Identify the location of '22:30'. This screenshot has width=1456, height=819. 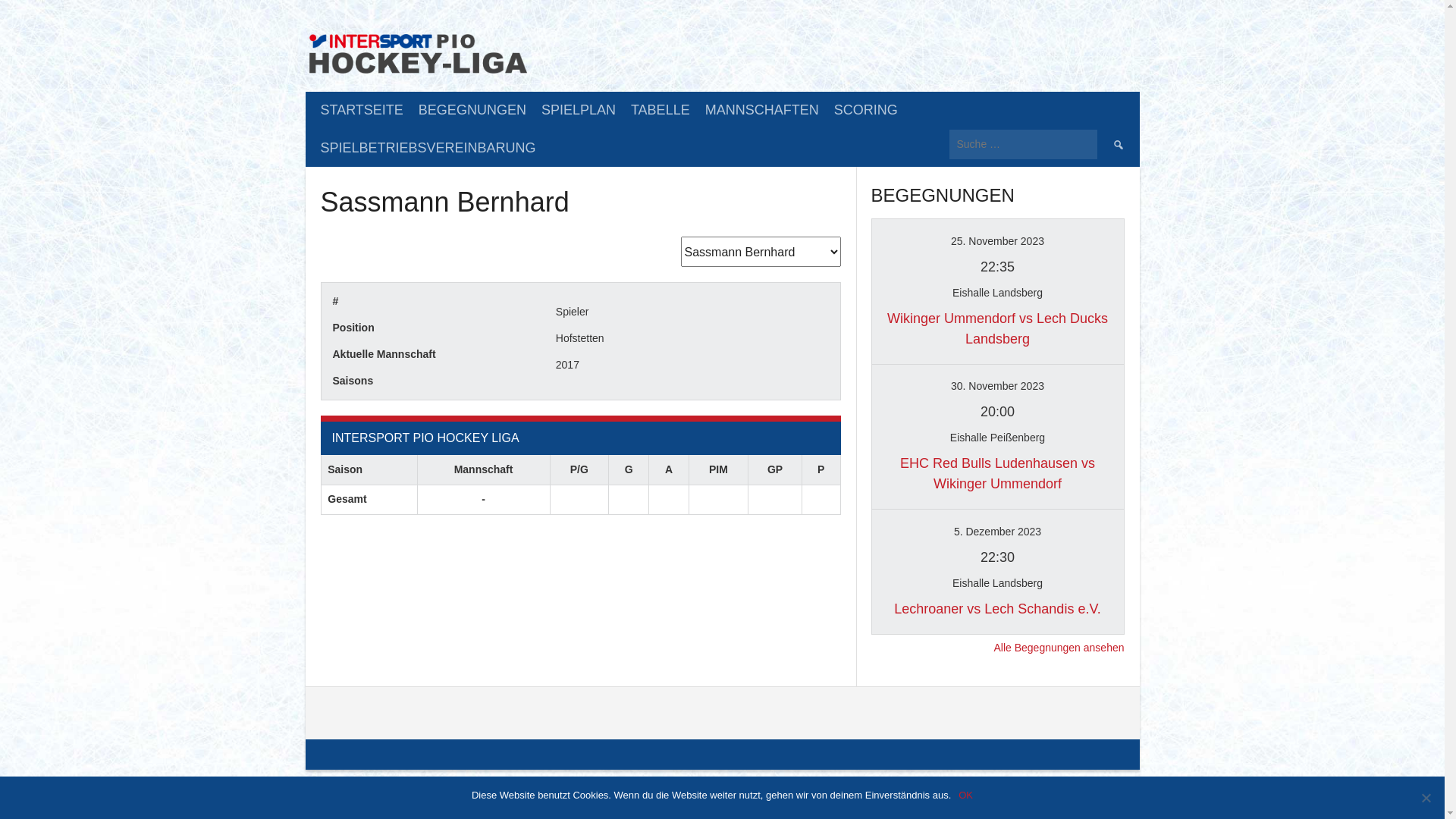
(997, 557).